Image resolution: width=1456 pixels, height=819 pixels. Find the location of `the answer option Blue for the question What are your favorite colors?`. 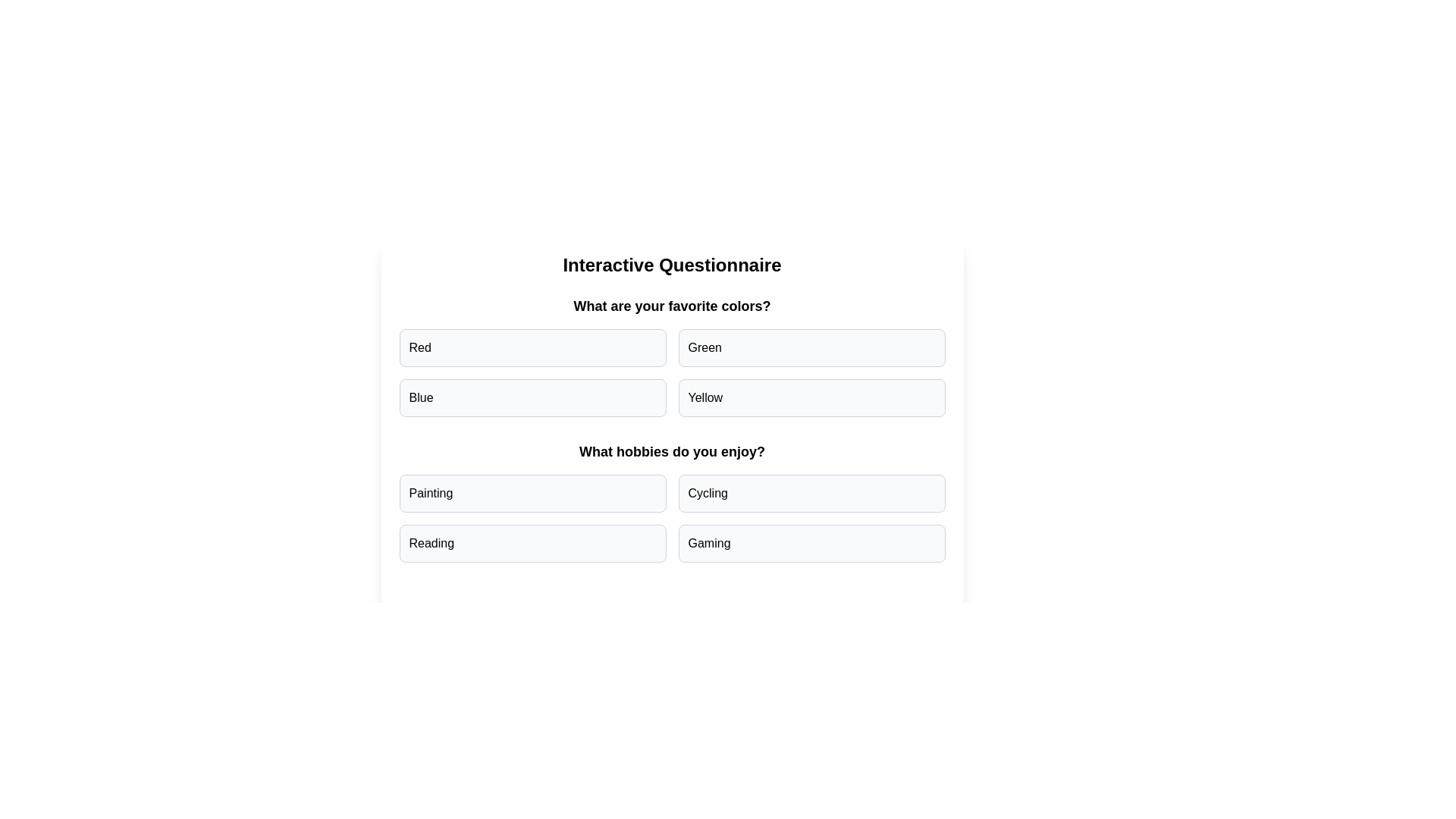

the answer option Blue for the question What are your favorite colors? is located at coordinates (532, 397).